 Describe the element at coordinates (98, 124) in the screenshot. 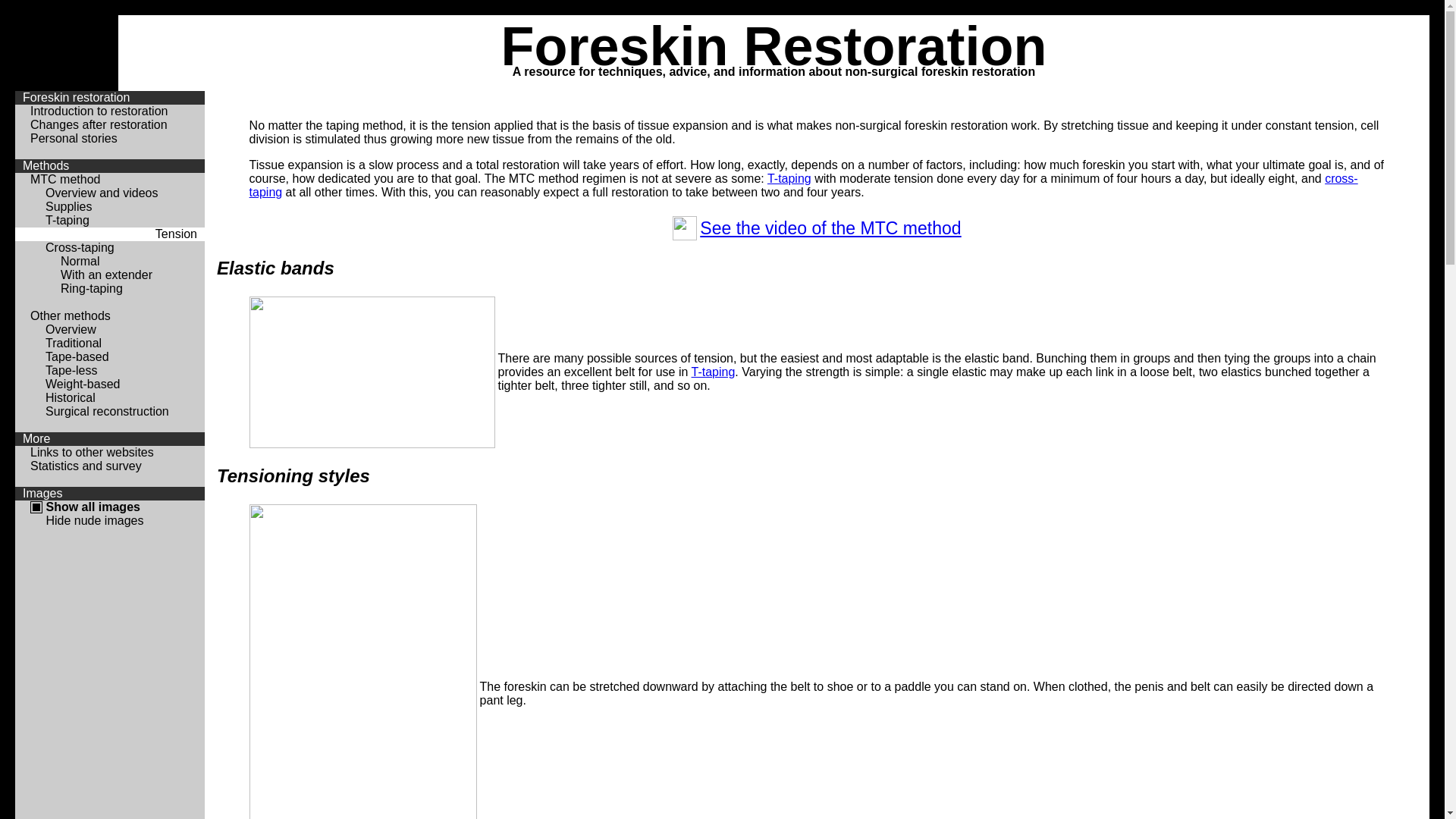

I see `'Changes after restoration'` at that location.